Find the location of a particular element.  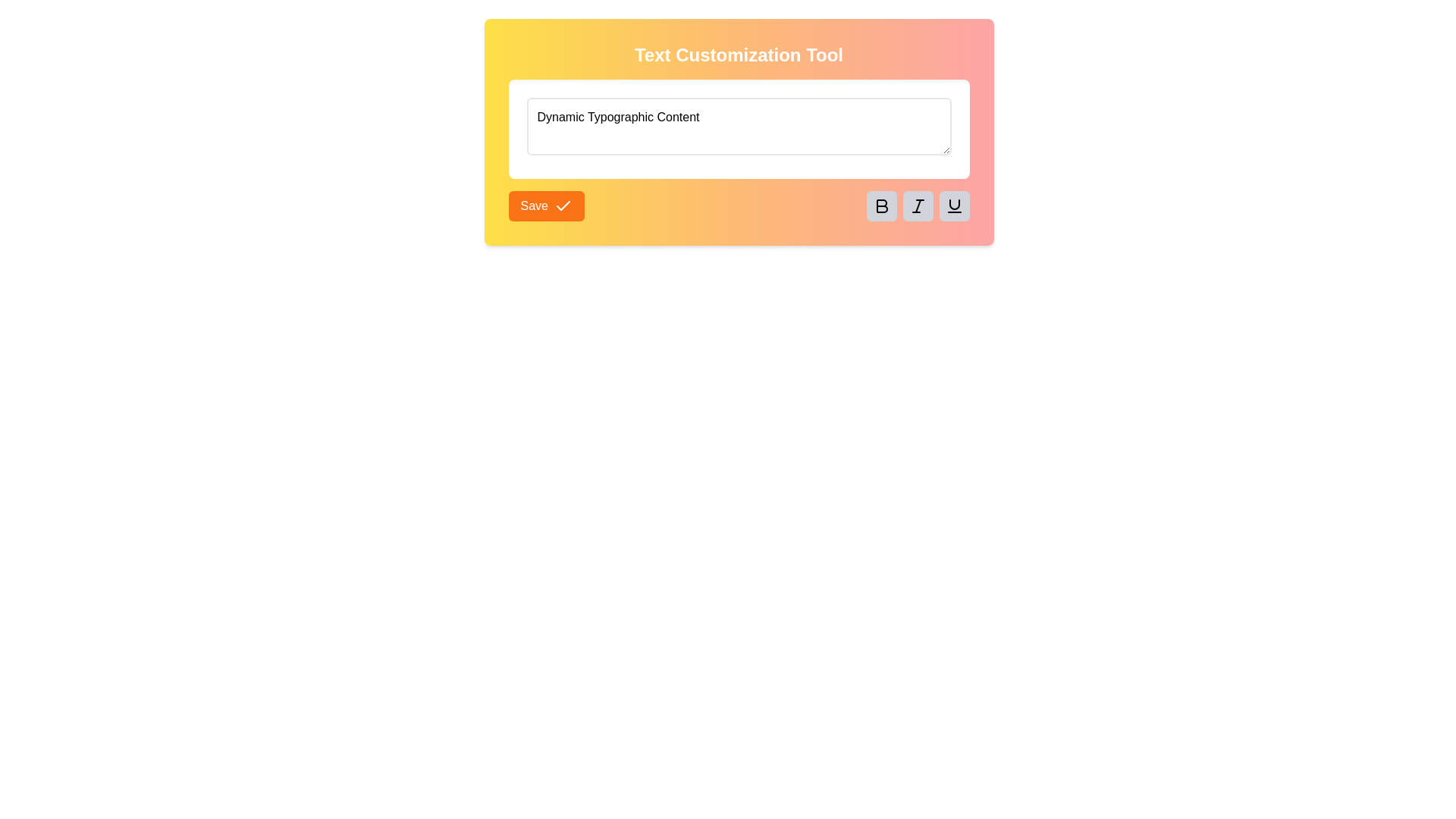

the italic button, which is the middle button in the bottom-right section of the panel is located at coordinates (917, 206).